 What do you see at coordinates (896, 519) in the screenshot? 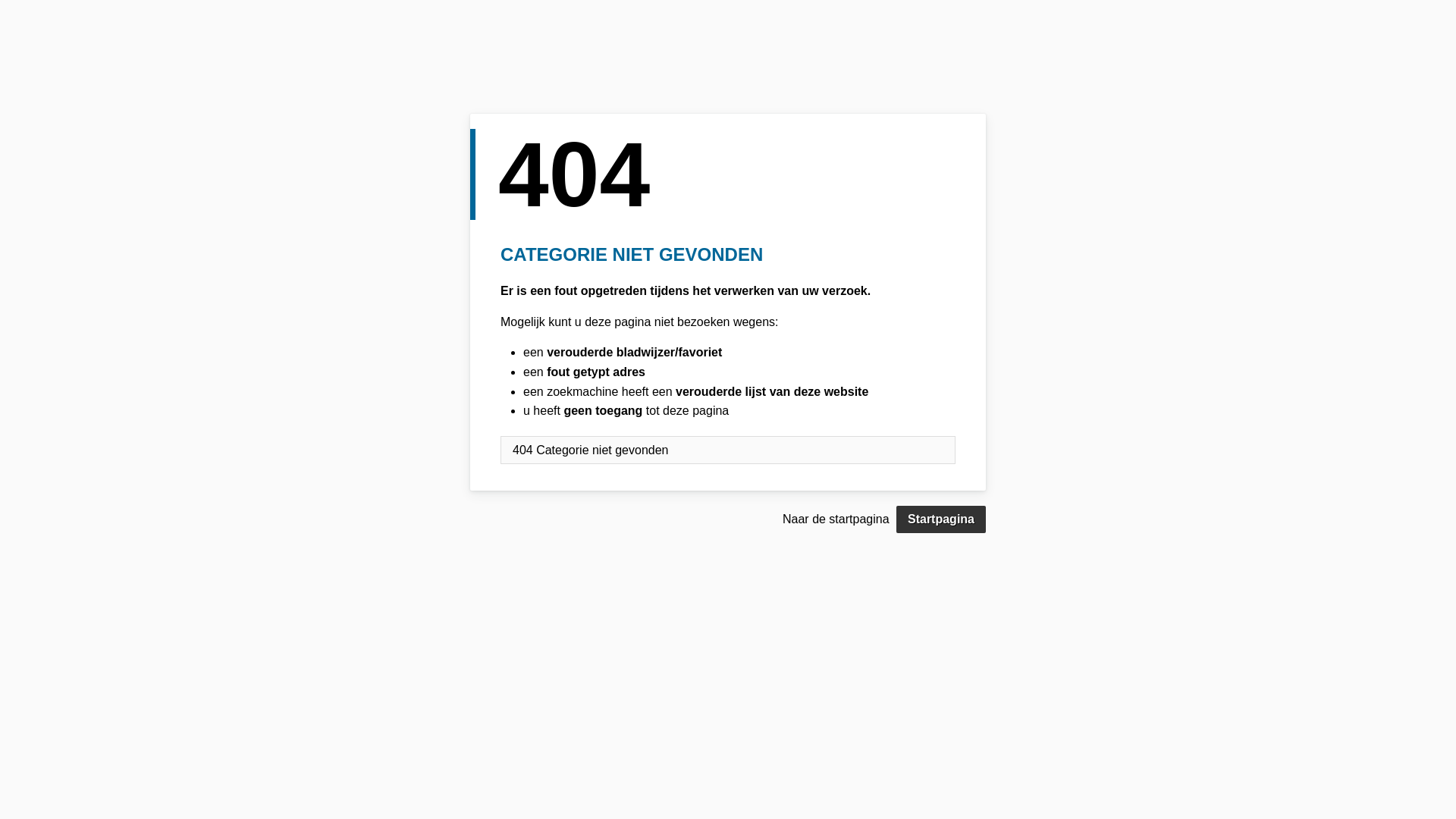
I see `'Startpagina'` at bounding box center [896, 519].